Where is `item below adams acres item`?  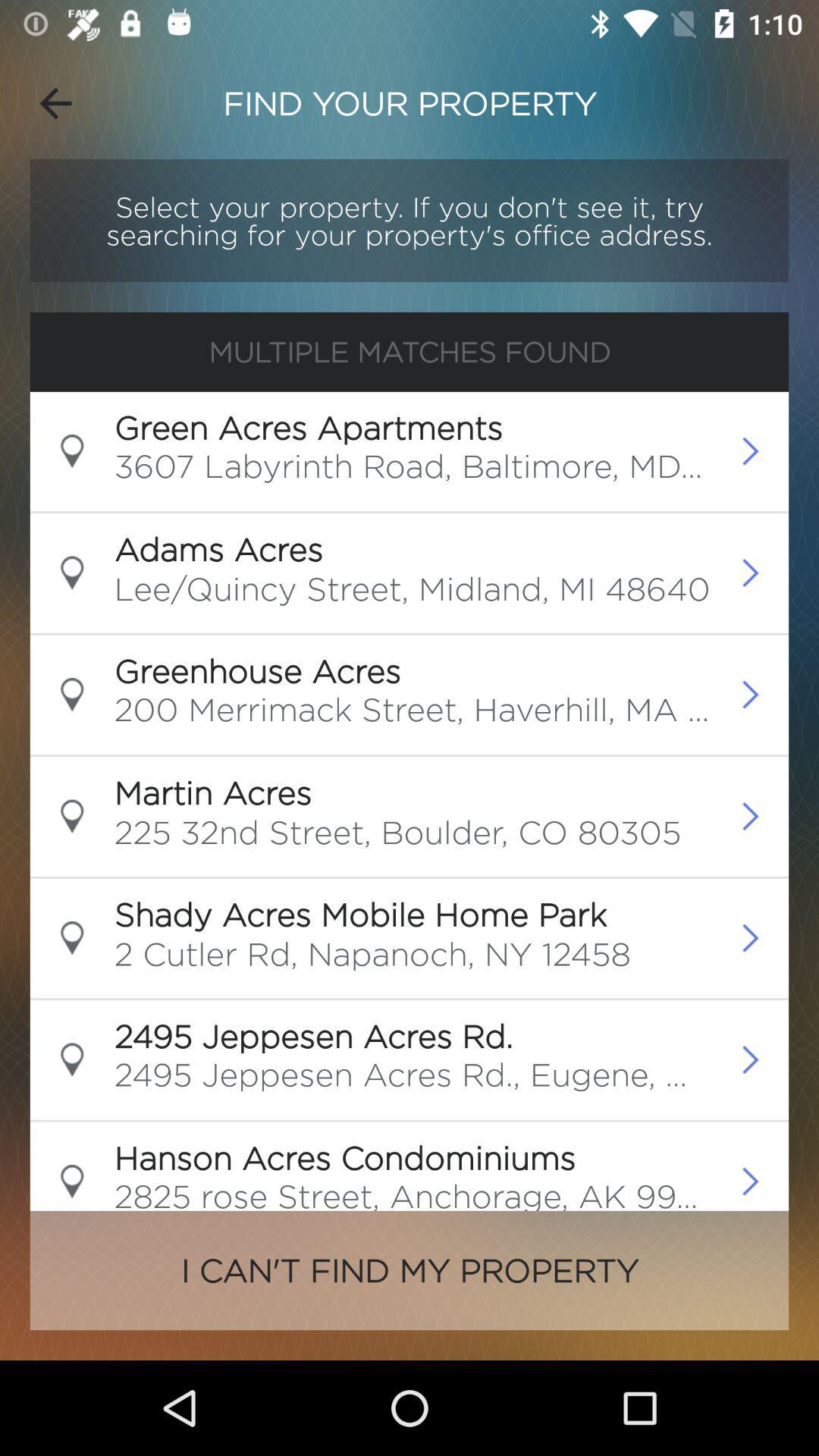 item below adams acres item is located at coordinates (412, 591).